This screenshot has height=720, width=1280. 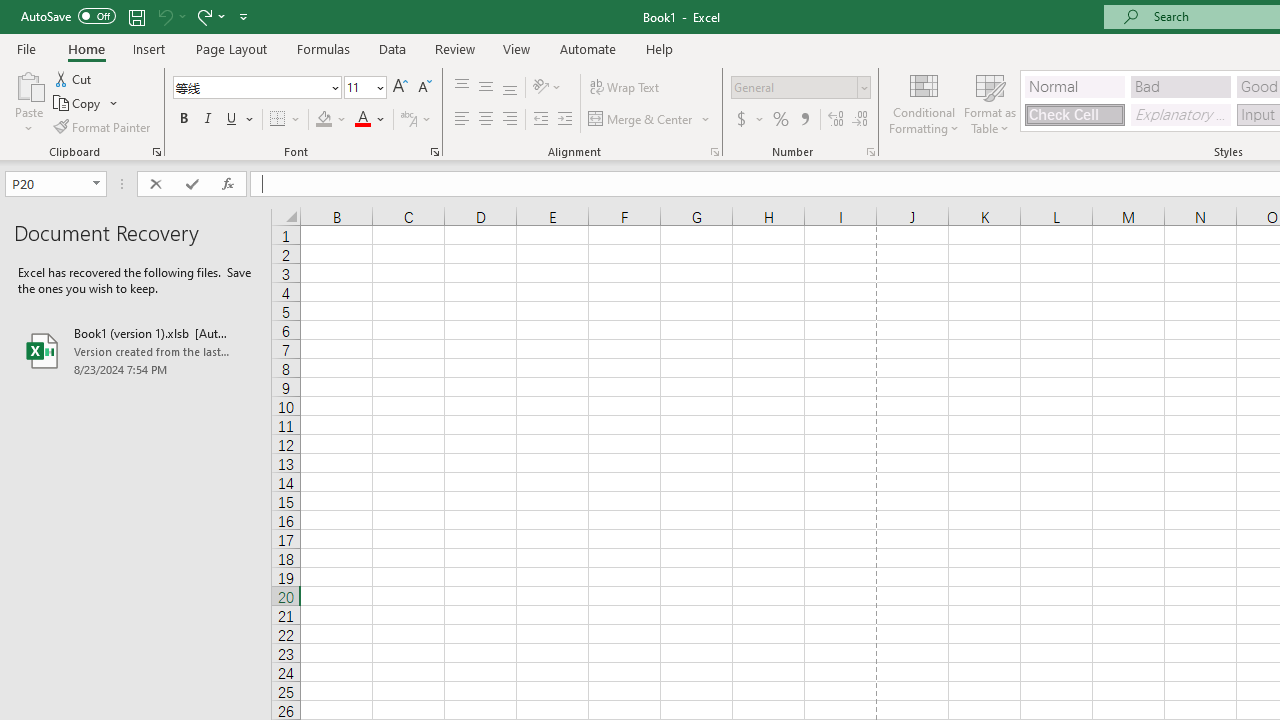 What do you see at coordinates (485, 86) in the screenshot?
I see `'Middle Align'` at bounding box center [485, 86].